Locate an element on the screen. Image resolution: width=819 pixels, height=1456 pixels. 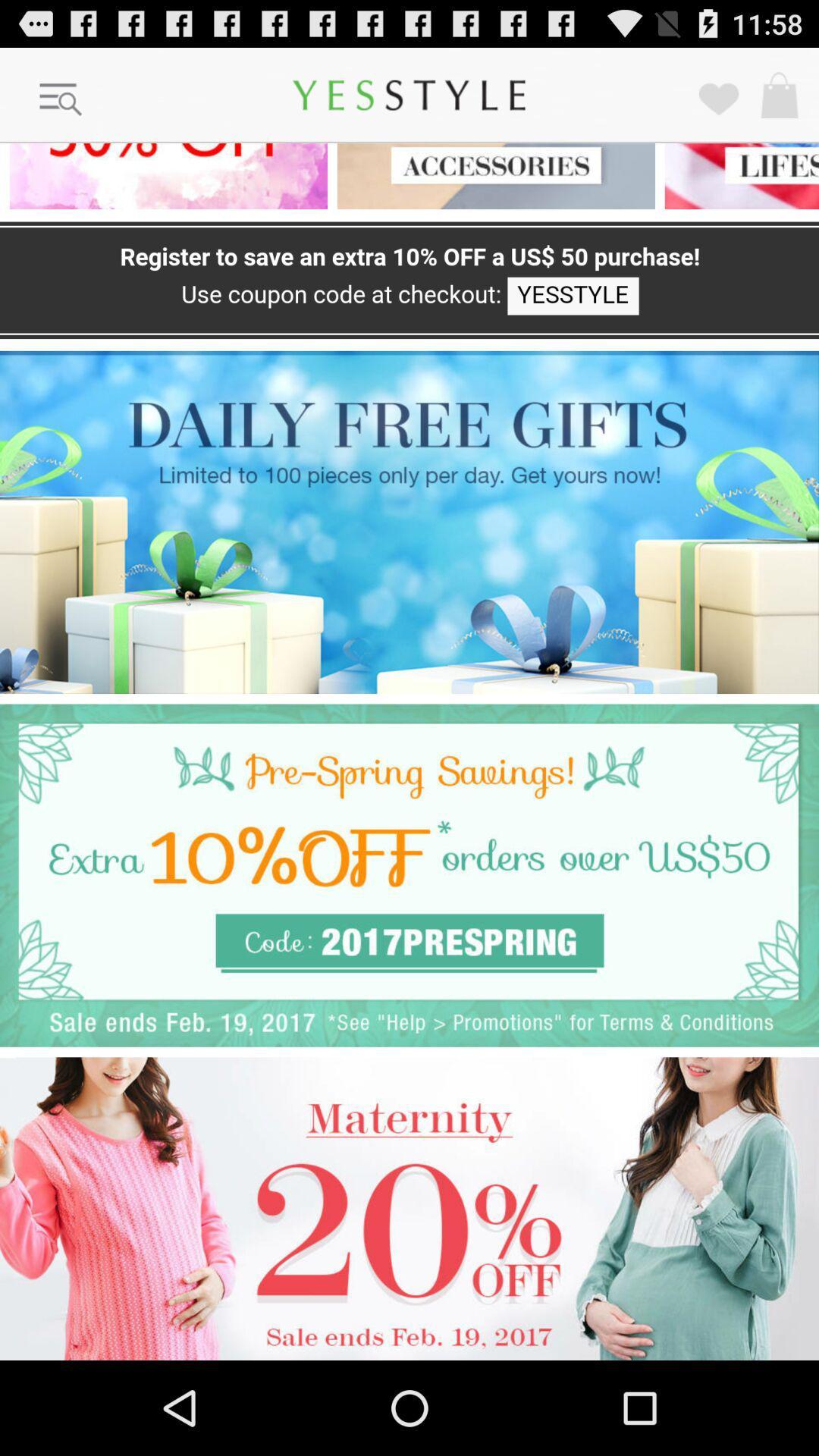
advertisement option is located at coordinates (409, 875).